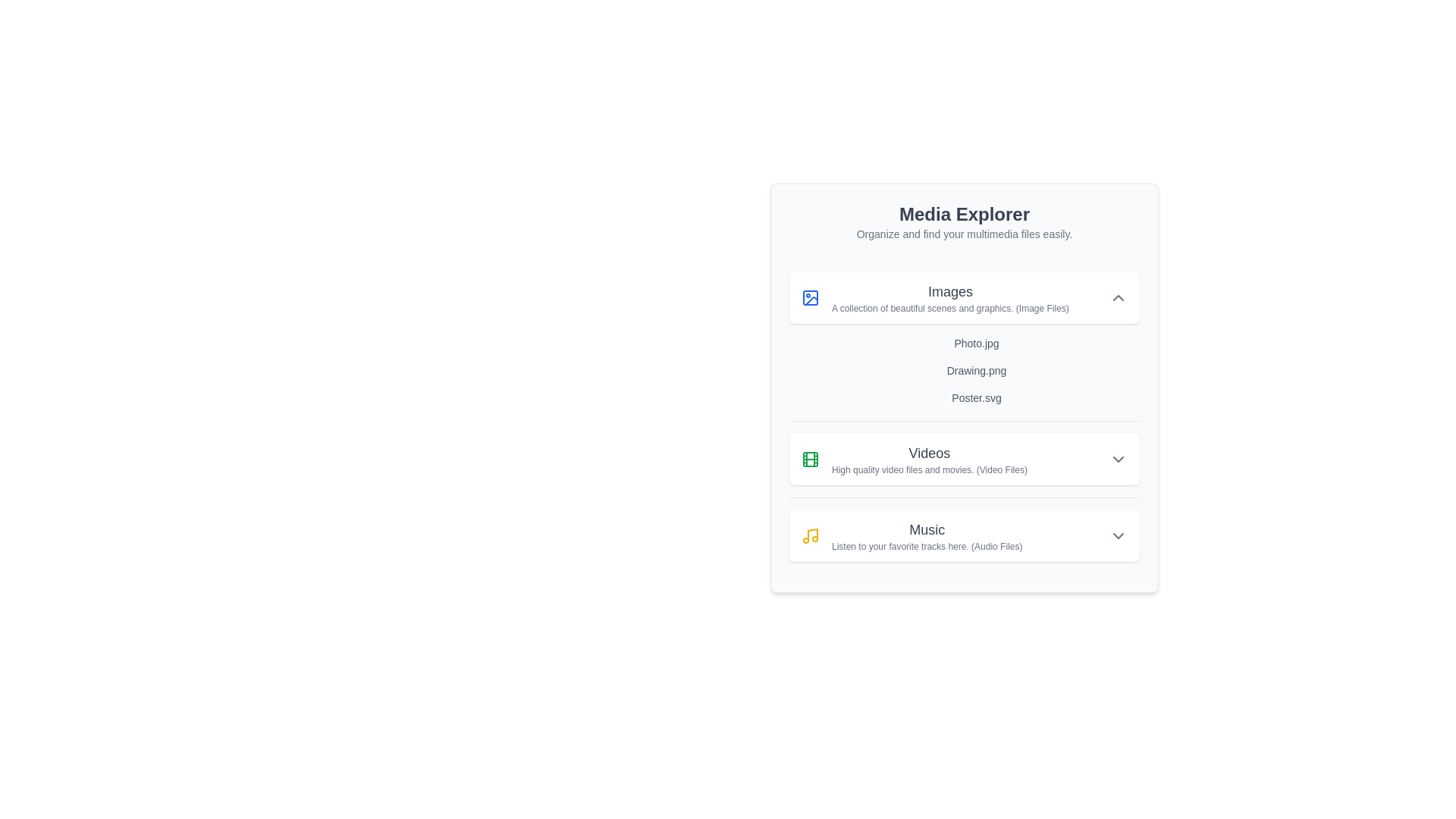 The image size is (1456, 819). What do you see at coordinates (810, 458) in the screenshot?
I see `the green rectangular SVG icon that is part of the filmstrip representation adjacent to the 'Videos' section in the media explorer interface` at bounding box center [810, 458].